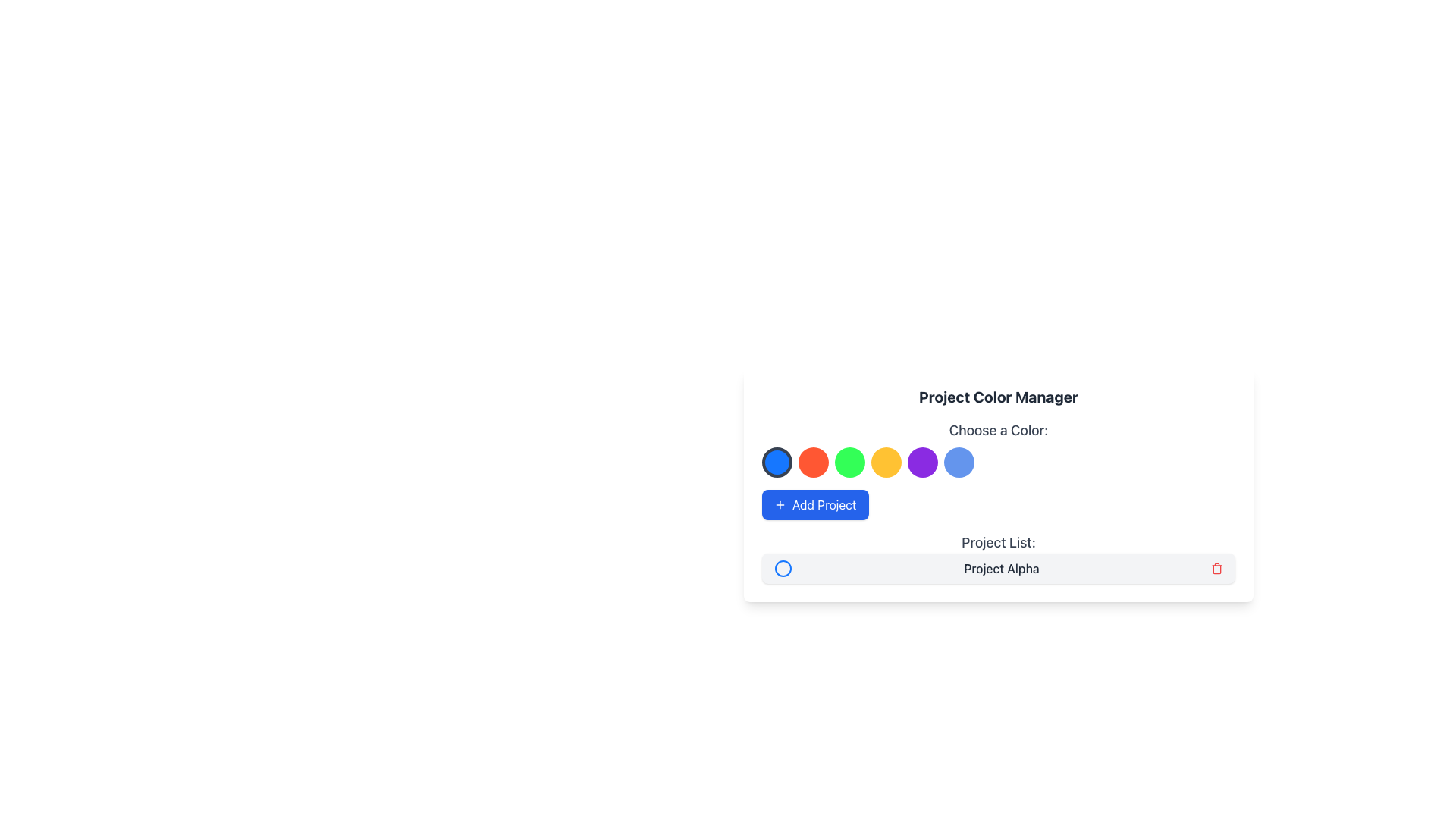  What do you see at coordinates (783, 568) in the screenshot?
I see `the small blue outlined circle icon located within the SVG graphic before the text 'Project Alpha' in the 'Project List' section` at bounding box center [783, 568].